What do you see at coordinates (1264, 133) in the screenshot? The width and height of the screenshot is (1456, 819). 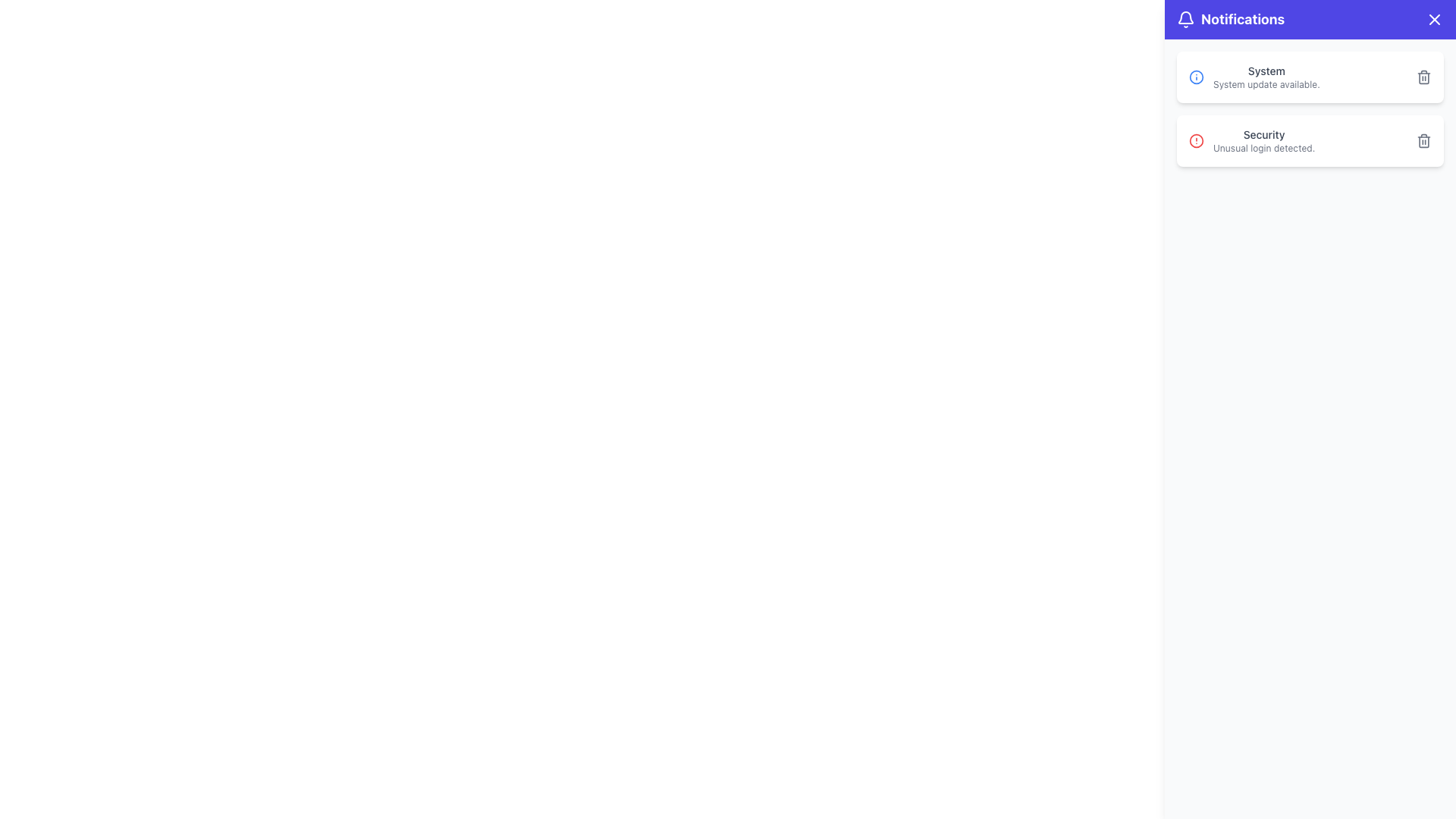 I see `the text label indicating 'Security - Unusual login detected' at the top of the second notification entry in the 'Notifications' panel` at bounding box center [1264, 133].